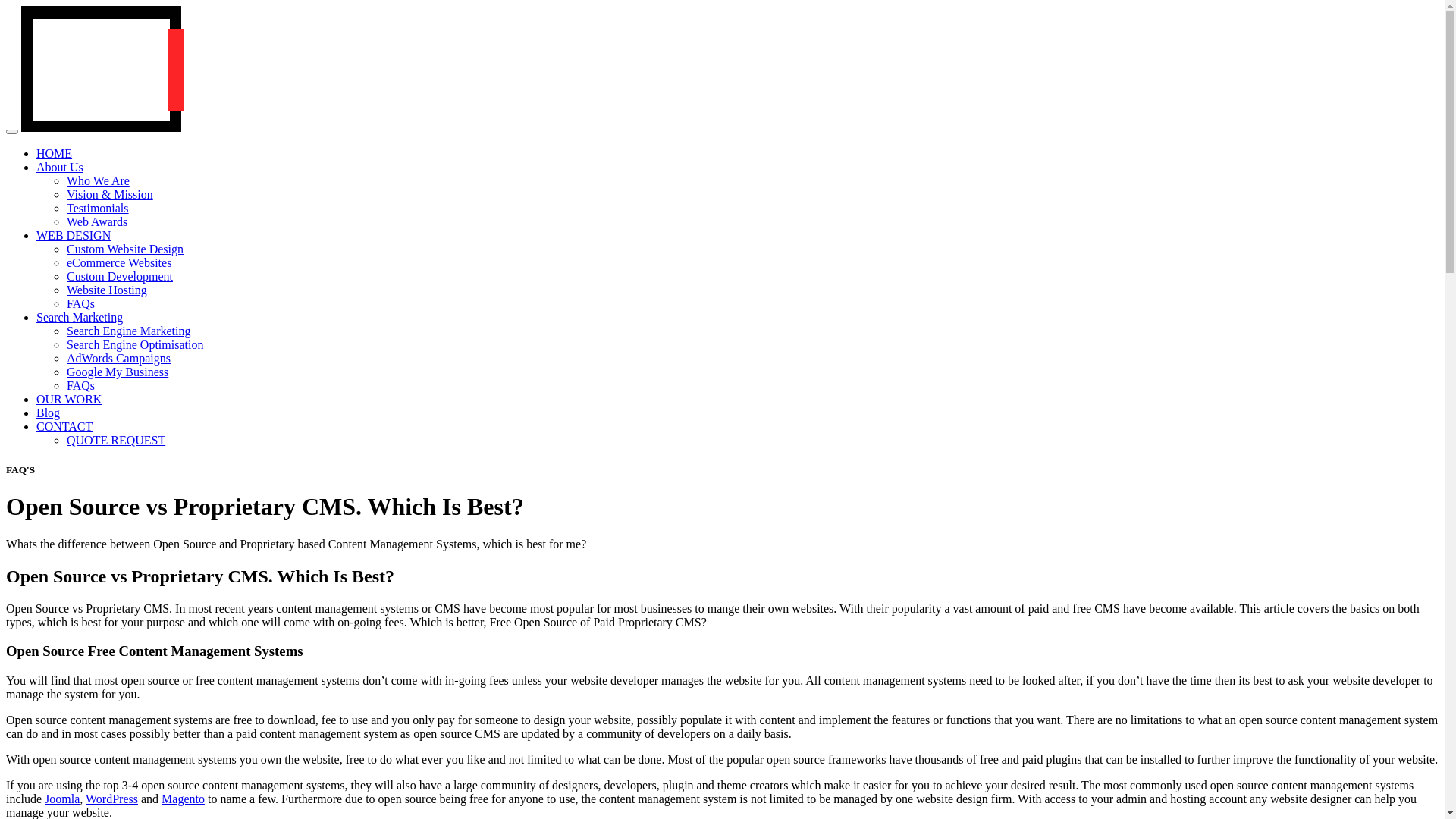  I want to click on 'FAQs', so click(65, 303).